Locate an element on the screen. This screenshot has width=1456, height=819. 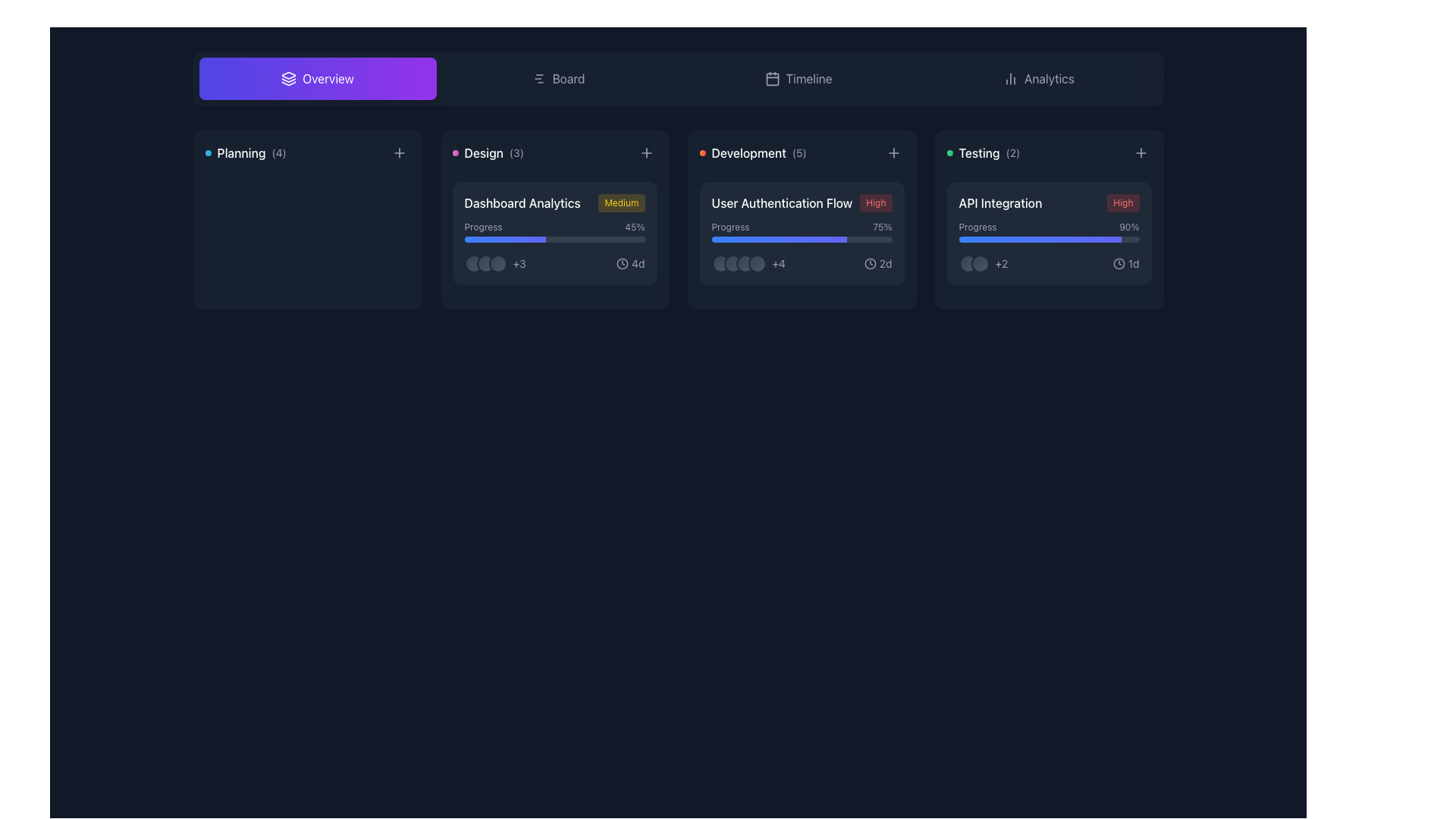
the 'High' priority label located to the right of the 'User Authentication Flow' text within the 'Development' card is located at coordinates (876, 202).